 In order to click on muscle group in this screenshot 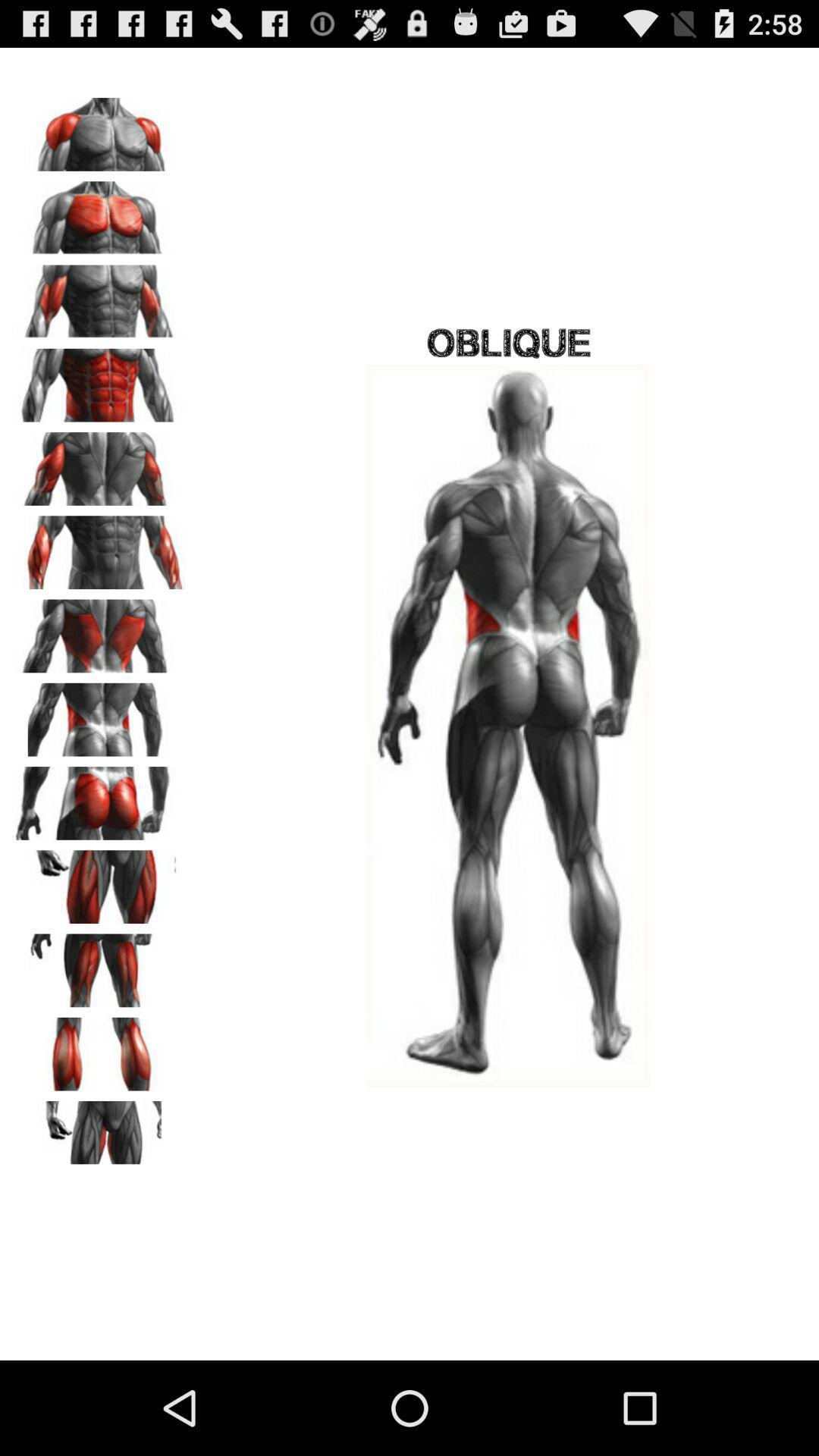, I will do `click(99, 881)`.